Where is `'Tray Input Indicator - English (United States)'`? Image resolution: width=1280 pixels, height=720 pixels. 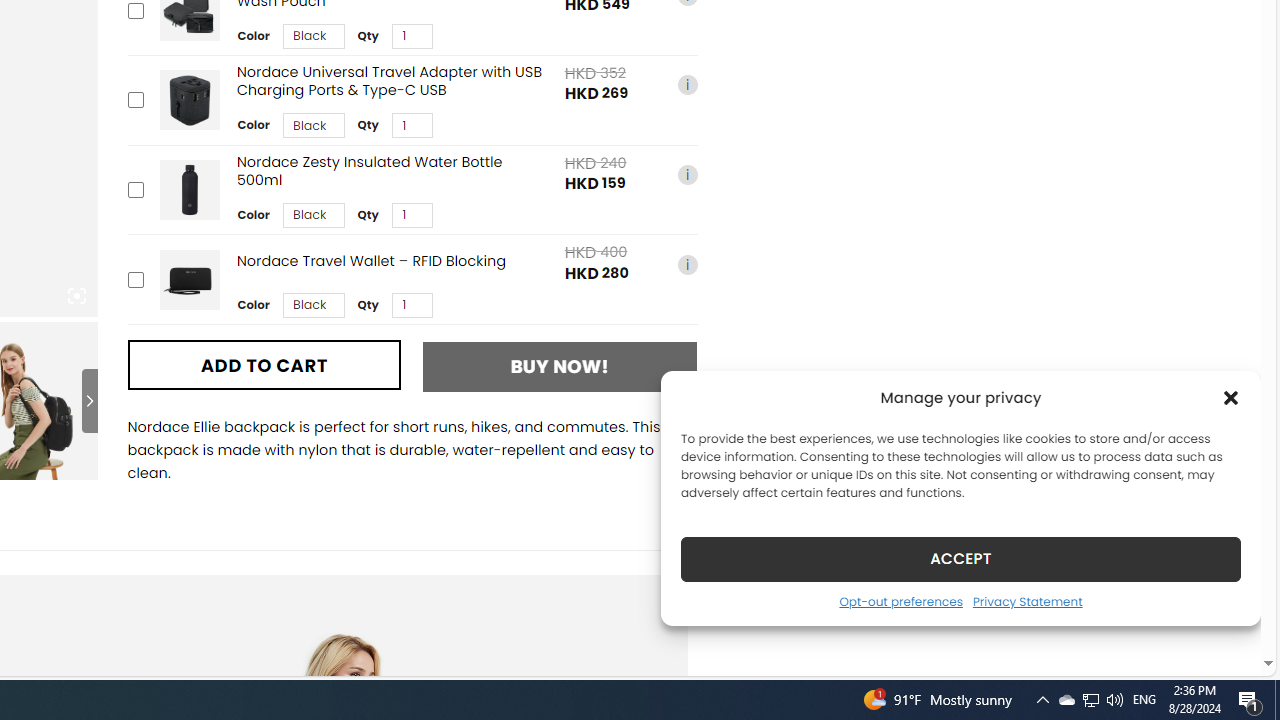 'Tray Input Indicator - English (United States)' is located at coordinates (1144, 698).